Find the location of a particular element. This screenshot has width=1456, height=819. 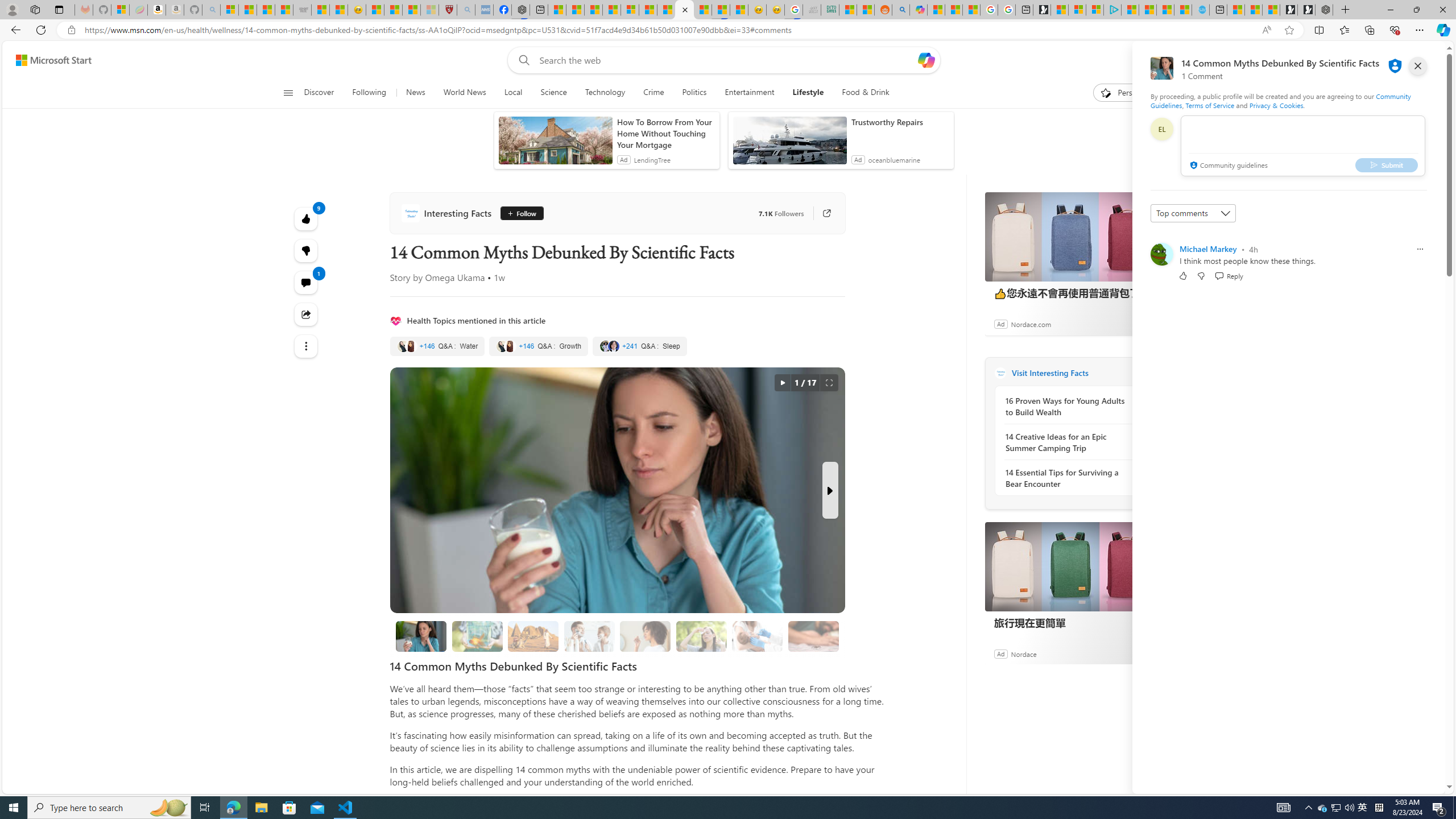

'Home | Sky Blue Bikes - Sky Blue Bikes' is located at coordinates (1199, 9).